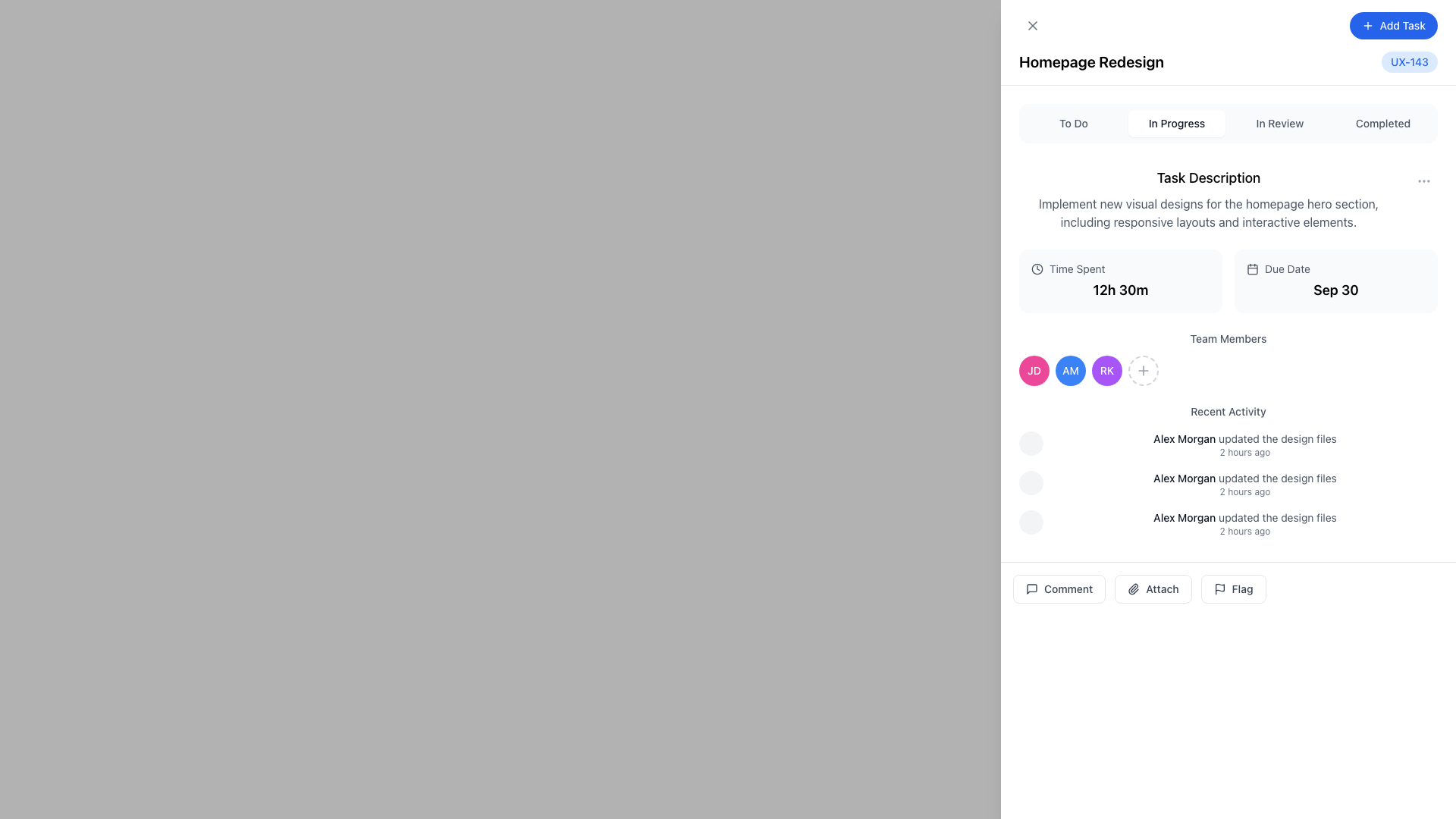  I want to click on text of the second activity log entry in the 'Recent Activity' list, which shows 'Alex Morgan updated the design files' and '2 hours ago', so click(1228, 485).